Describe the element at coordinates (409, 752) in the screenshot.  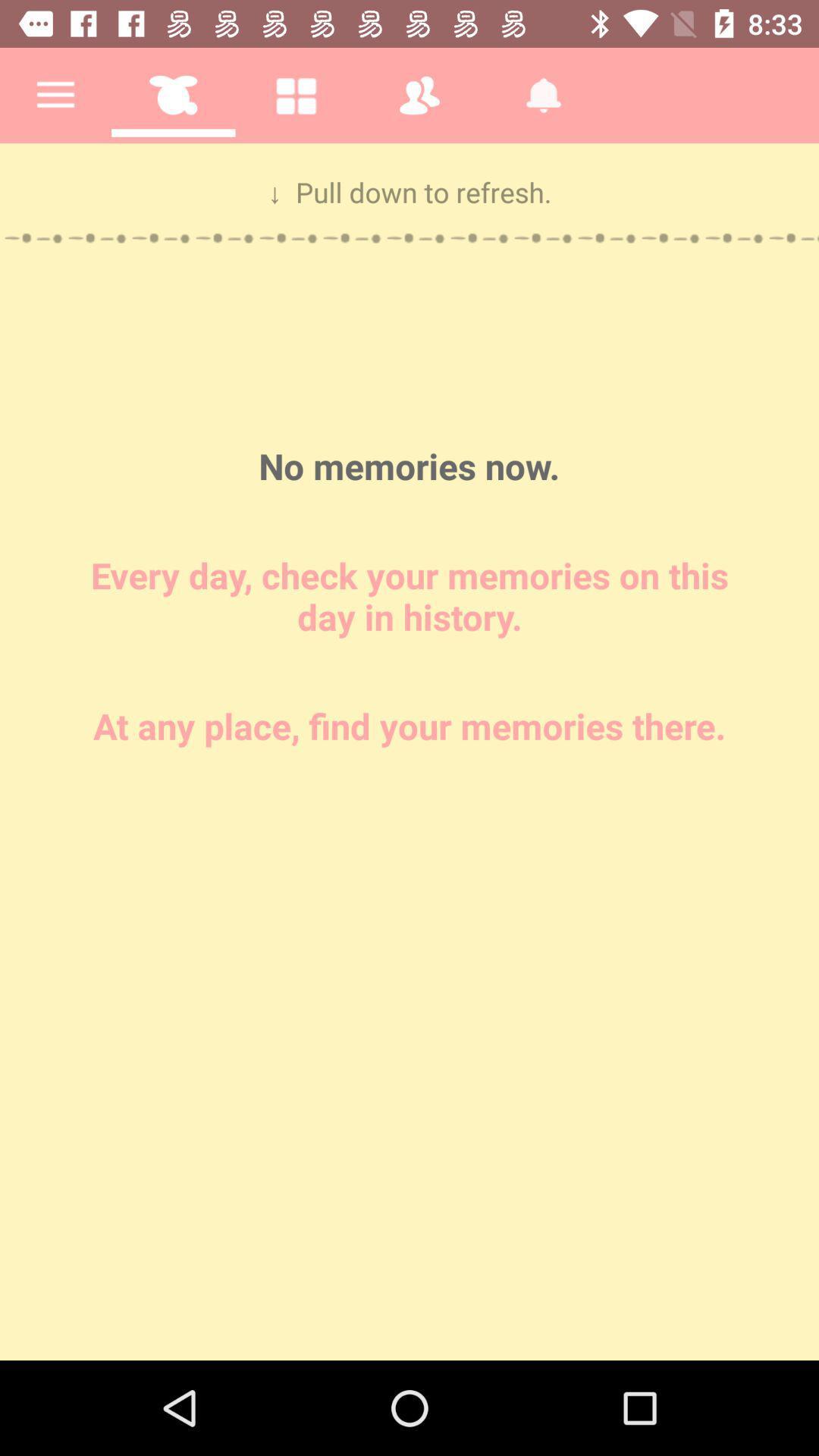
I see `check the memories` at that location.